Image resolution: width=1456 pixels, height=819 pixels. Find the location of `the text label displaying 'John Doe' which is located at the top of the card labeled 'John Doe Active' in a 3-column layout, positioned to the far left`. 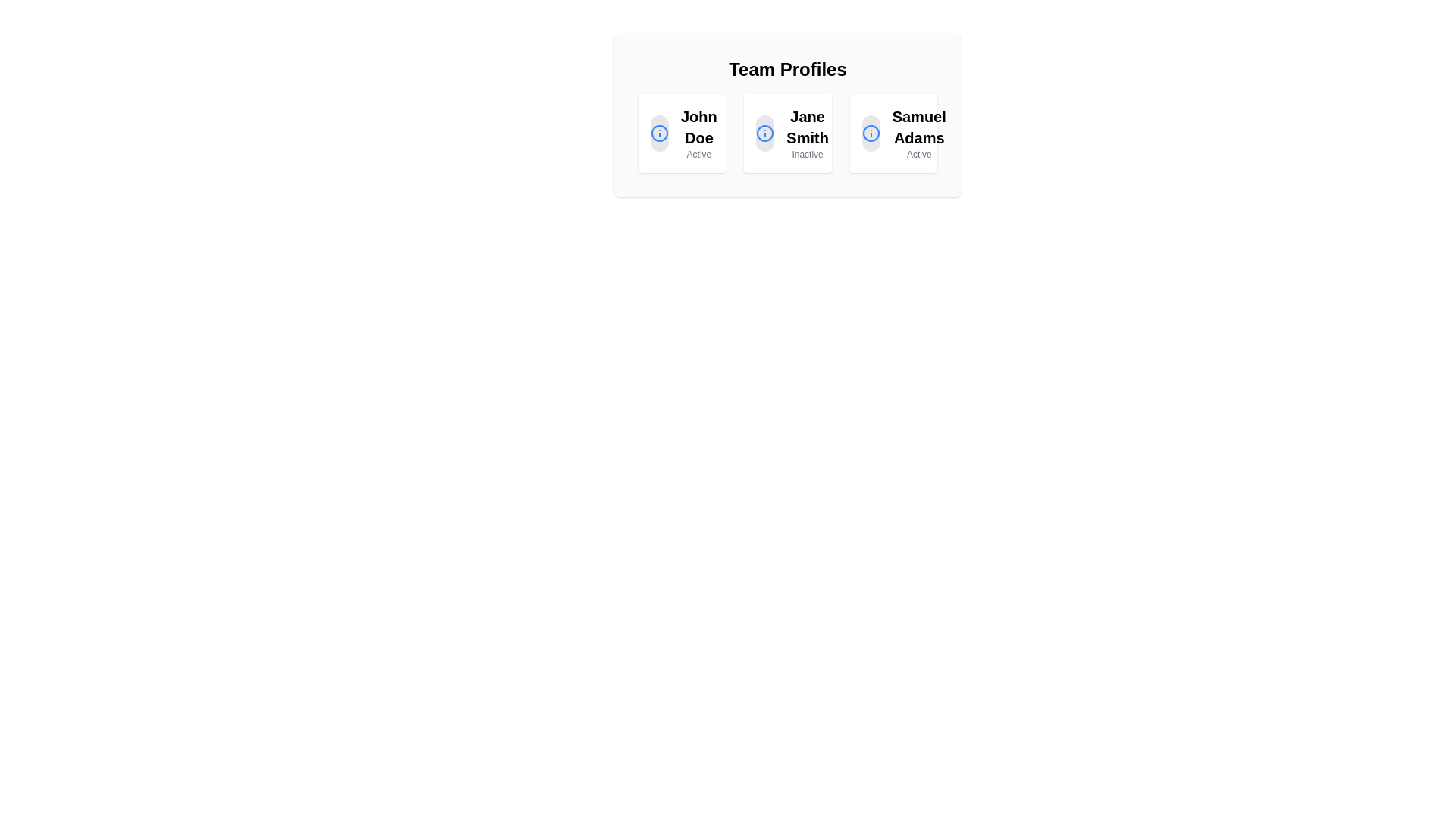

the text label displaying 'John Doe' which is located at the top of the card labeled 'John Doe Active' in a 3-column layout, positioned to the far left is located at coordinates (698, 127).